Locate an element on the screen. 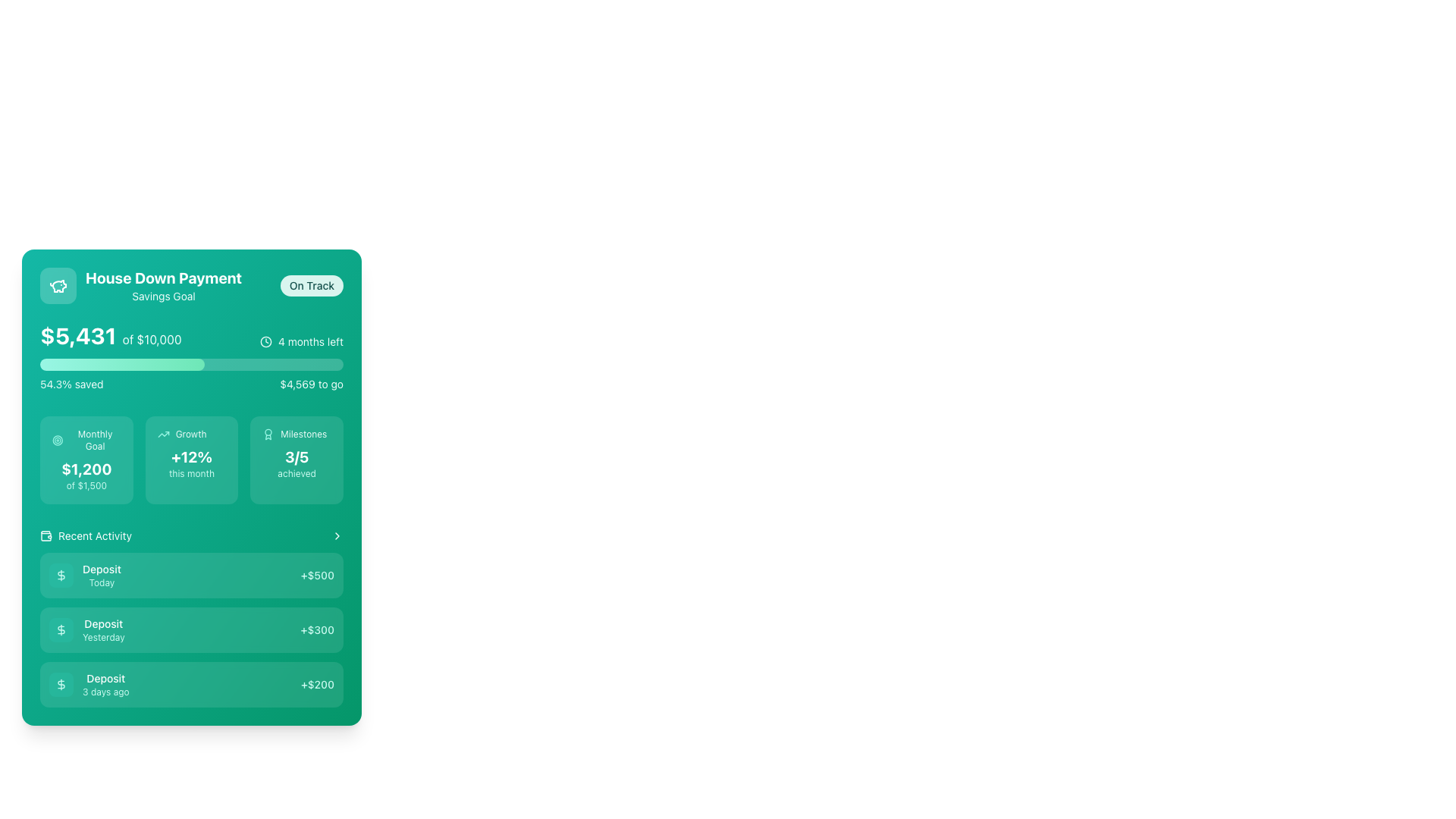  static text label that provides contextual information about the total goal amount for the ongoing savings progress, located immediately to the right of the bold-text "$5,431" is located at coordinates (152, 338).